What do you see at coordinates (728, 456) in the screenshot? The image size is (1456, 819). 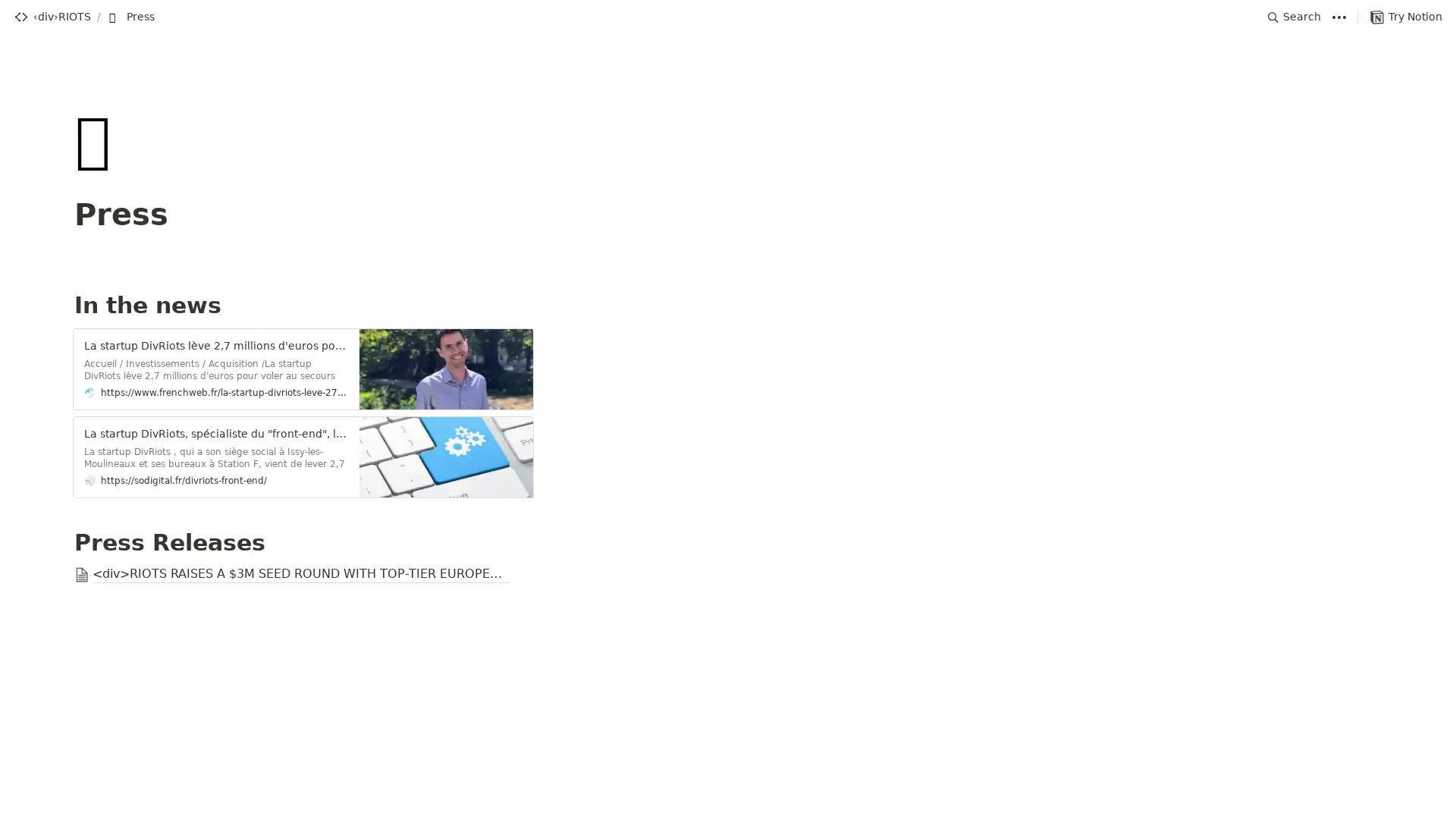 I see `La startup DivRiots, specialiste du "front-end", leve 2,7 millions d'euros La startup DivRiots , qui a son siege social a Issy-les-Moulineaux et ses bureaux a Station F, vient de lever 2,7 millions d'euros aupres de aupres du fonds XAnge. Des business angels, a l'image de Thibaud Elziere (eFounders), Frederic Montagnon (LGO), Julien Romanetto (Teads), Eduardo Ronzano (KelDoc) ou encore Nicolas Steegmann (Stupeflix), ont egalement participe a l'operation. https://sodigital.fr/divriots-front-end/` at bounding box center [728, 456].